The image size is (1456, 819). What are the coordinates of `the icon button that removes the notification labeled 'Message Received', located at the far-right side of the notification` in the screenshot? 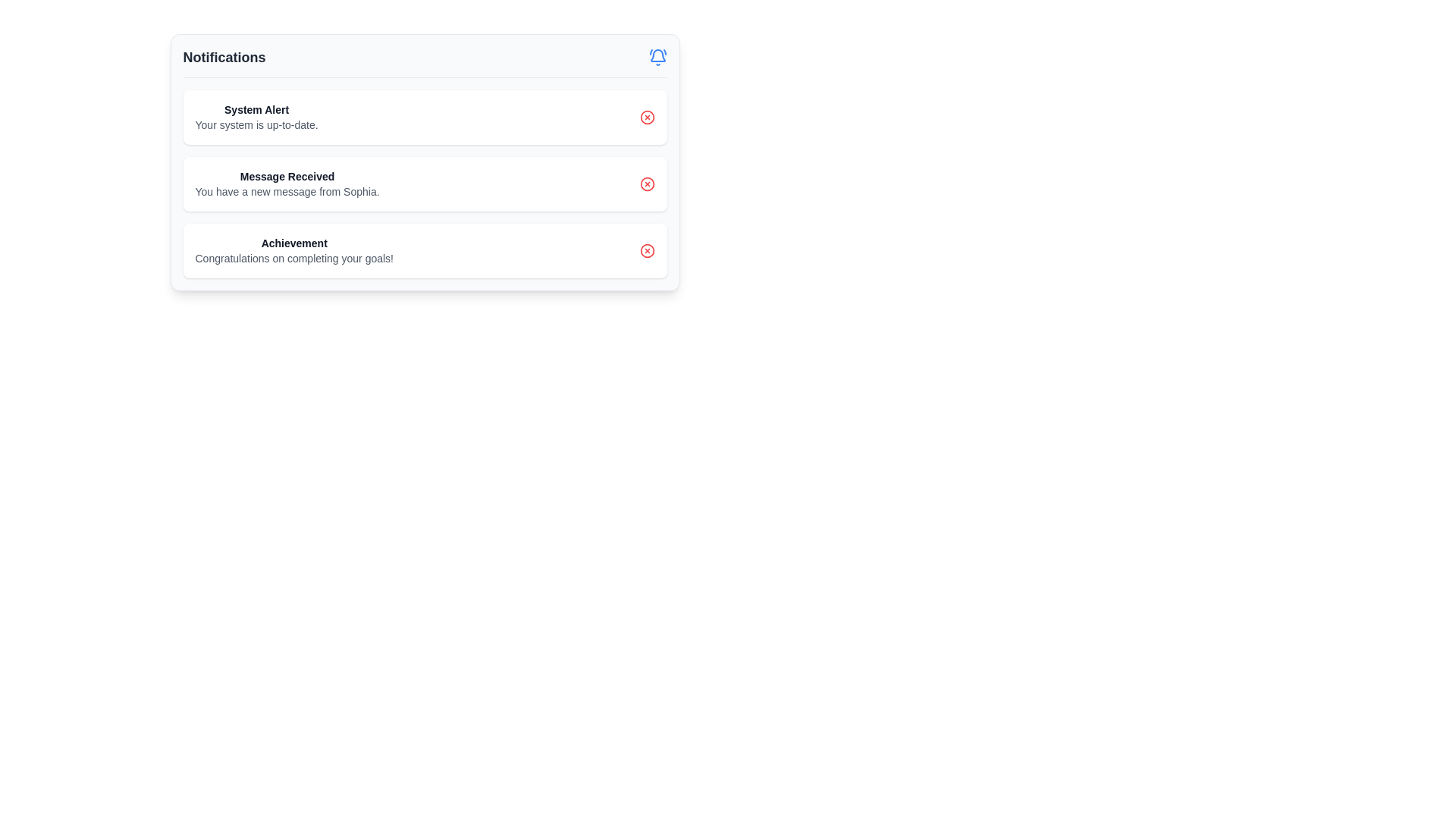 It's located at (647, 184).